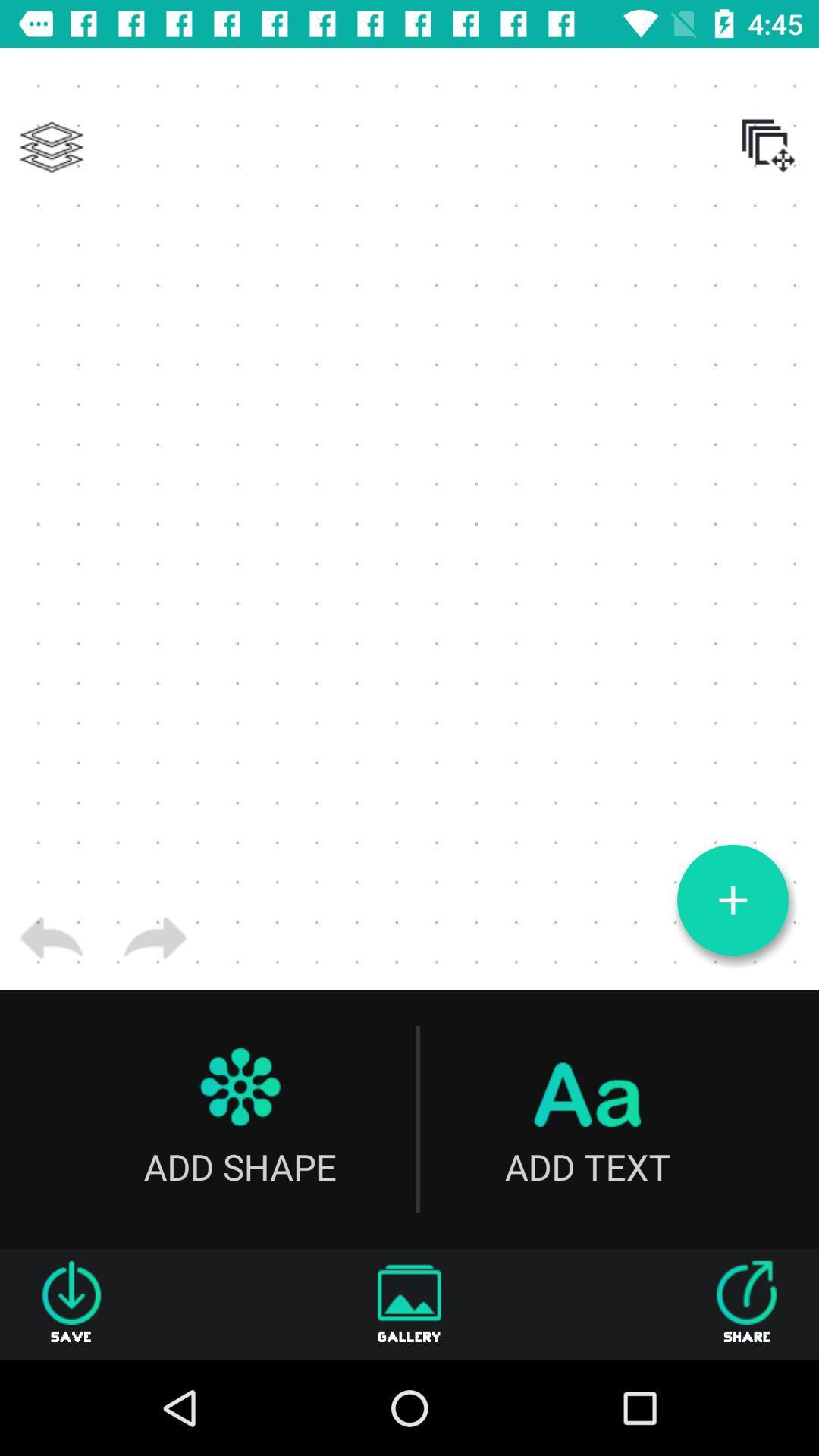 This screenshot has width=819, height=1456. I want to click on icon at the top left corner, so click(51, 147).